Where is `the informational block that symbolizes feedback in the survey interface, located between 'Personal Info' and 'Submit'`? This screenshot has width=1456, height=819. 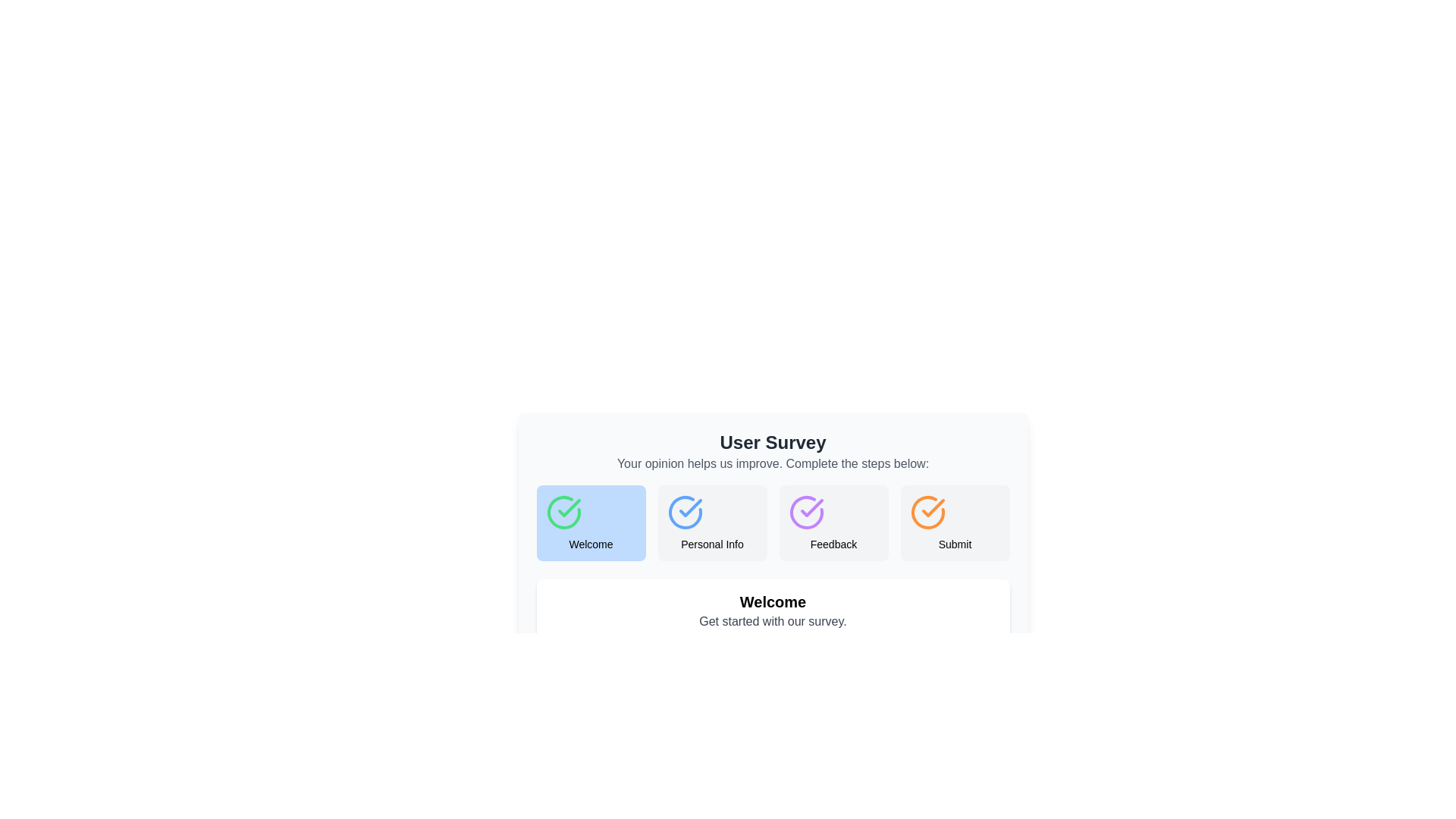 the informational block that symbolizes feedback in the survey interface, located between 'Personal Info' and 'Submit' is located at coordinates (833, 522).